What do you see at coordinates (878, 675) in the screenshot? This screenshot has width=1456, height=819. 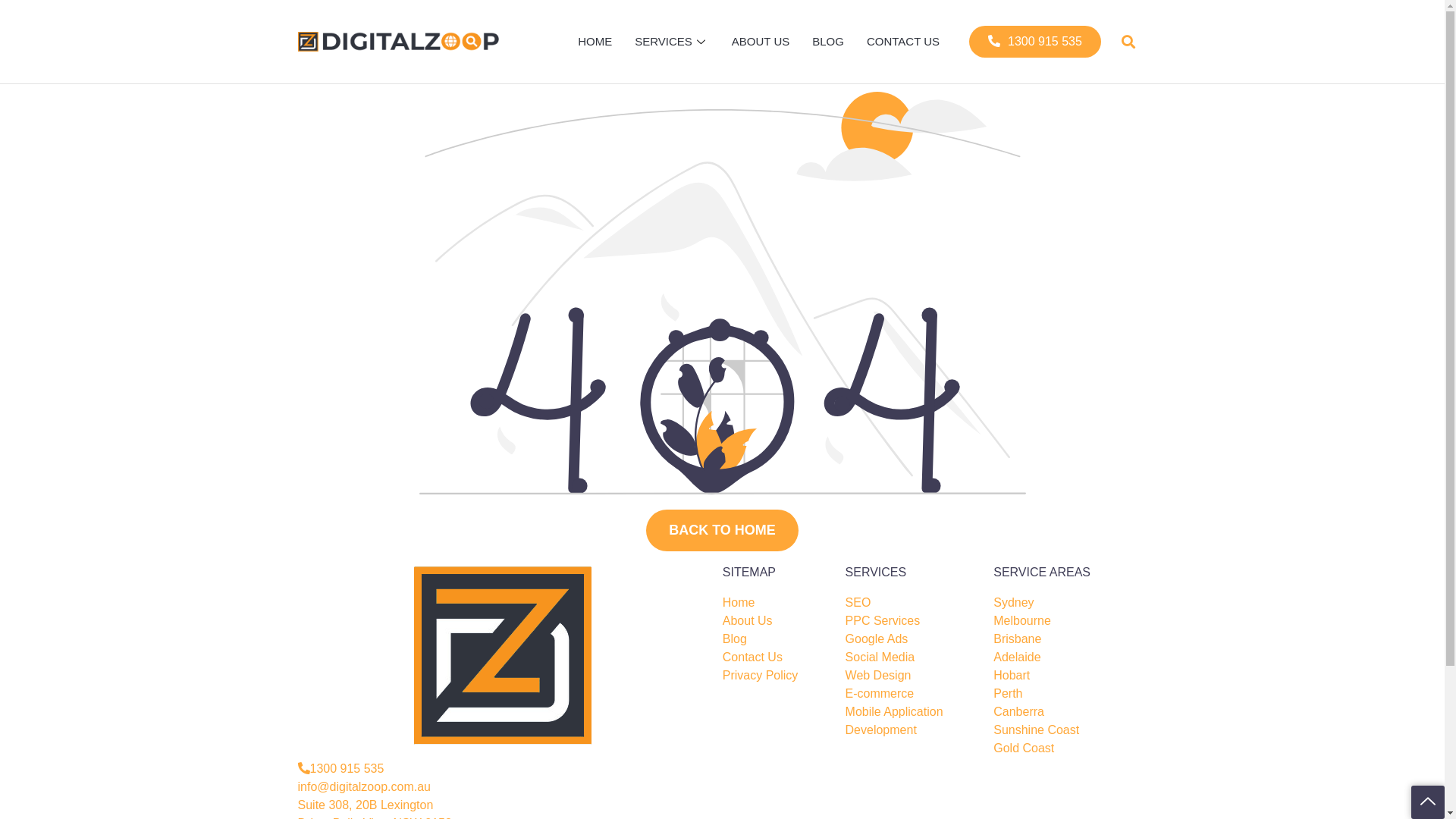 I see `'Web Design'` at bounding box center [878, 675].